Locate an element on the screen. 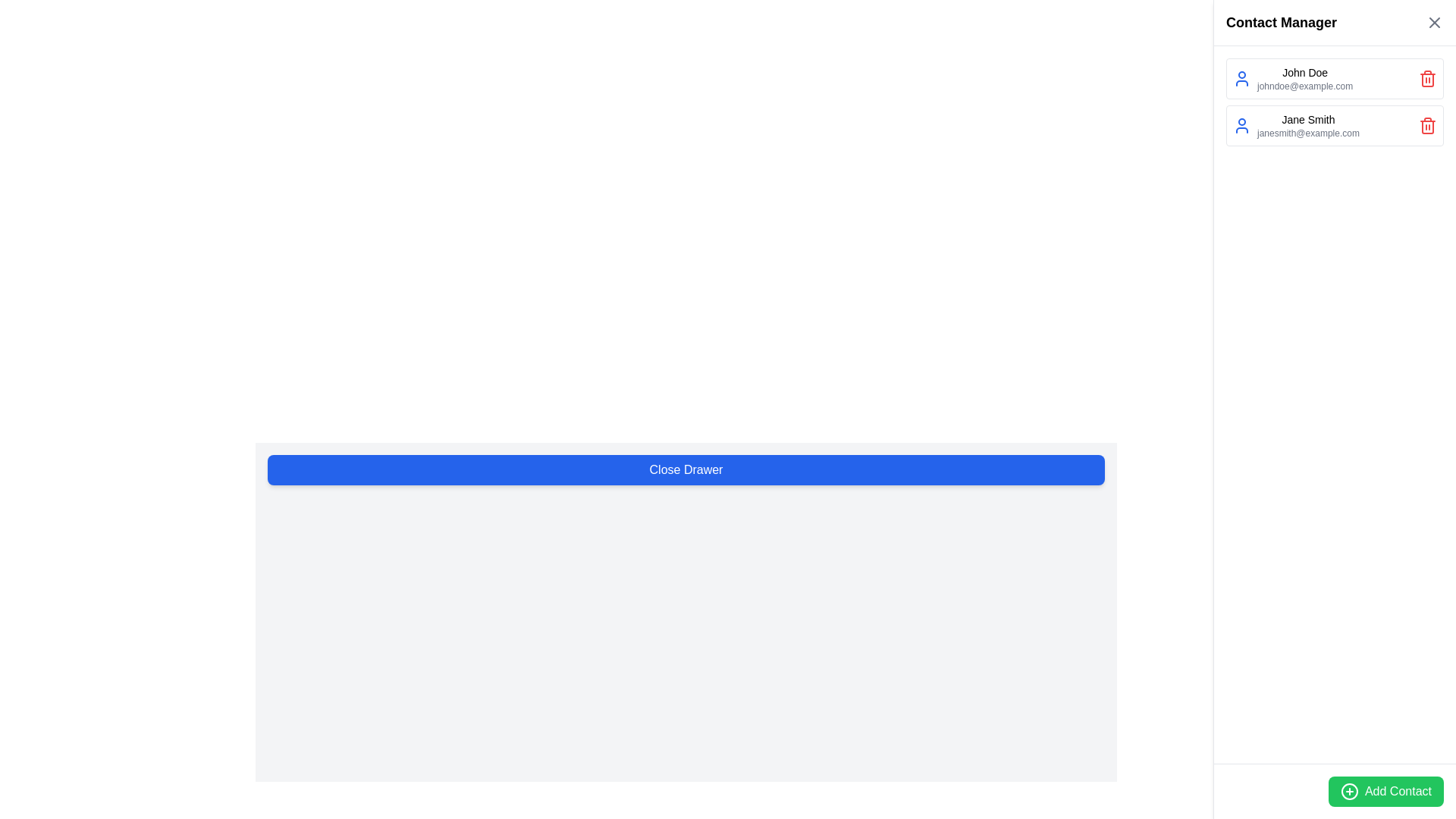 The height and width of the screenshot is (819, 1456). the close button icon located at the top-right corner of the 'Contact Manager' panel, which is part of the header controls is located at coordinates (1433, 23).